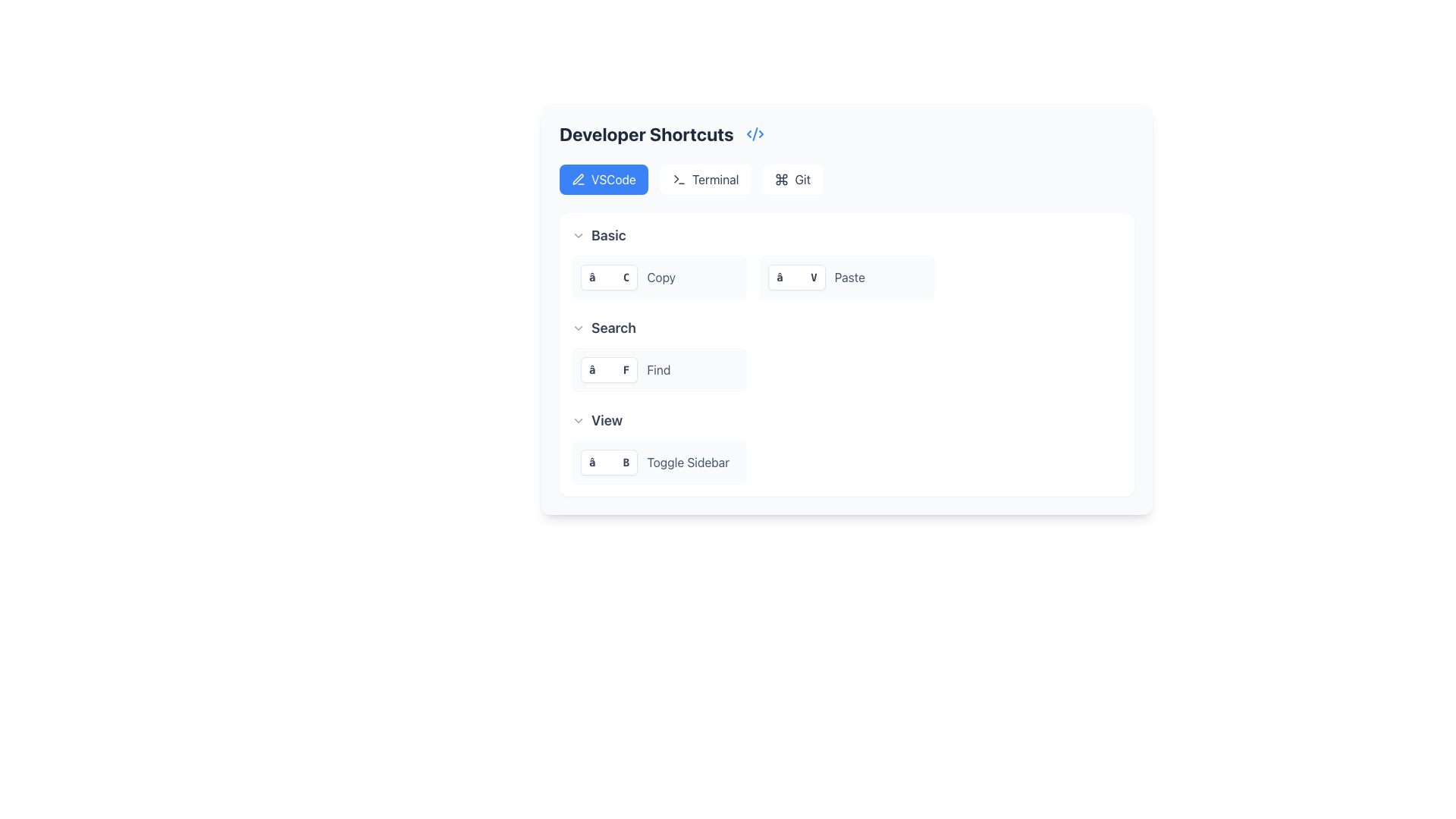  Describe the element at coordinates (578, 421) in the screenshot. I see `the small downward-facing chevron icon, which is dark gray and located to the immediate left of the text 'View'` at that location.